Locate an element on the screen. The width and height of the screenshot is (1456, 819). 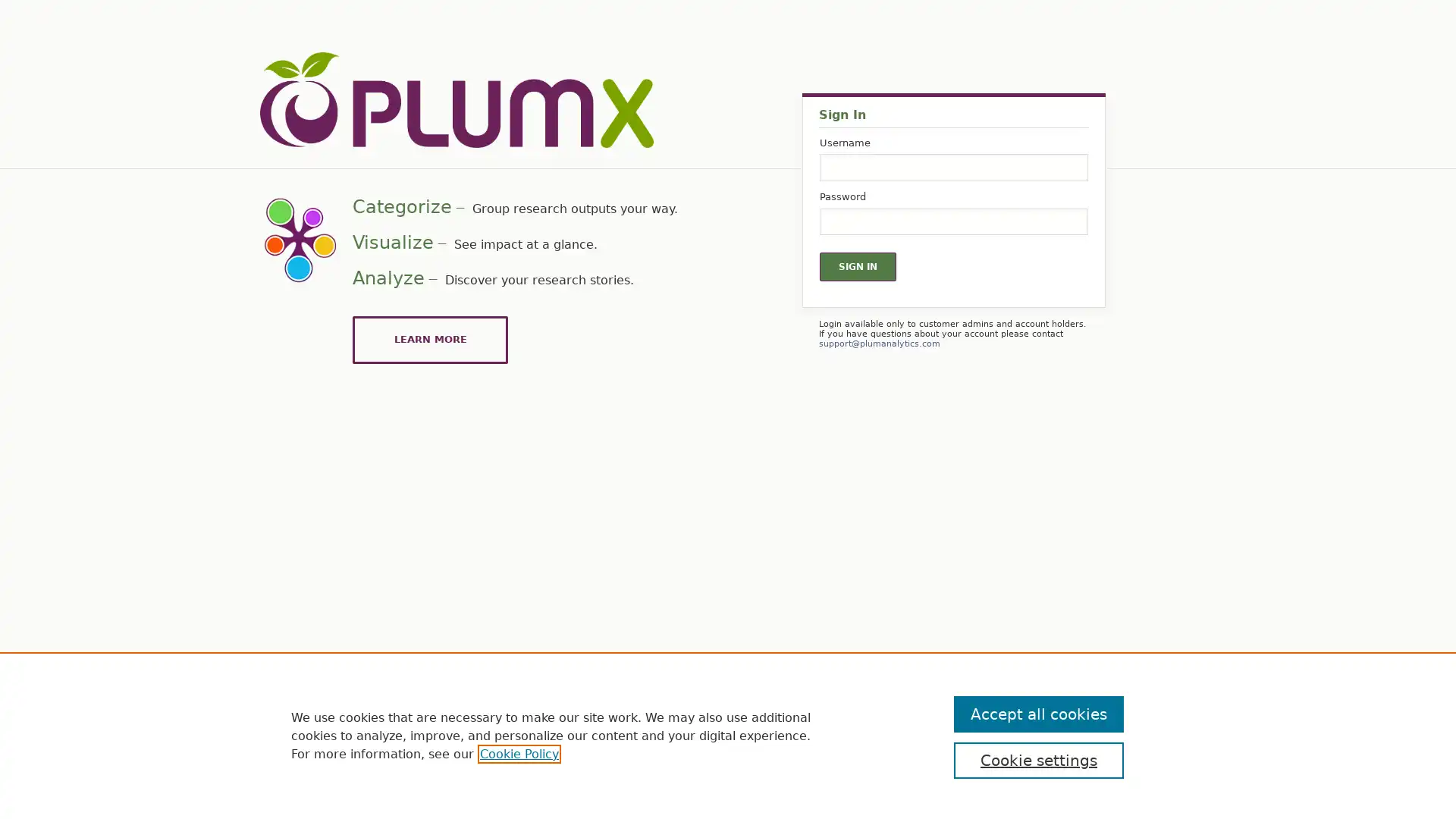
Sign In is located at coordinates (857, 265).